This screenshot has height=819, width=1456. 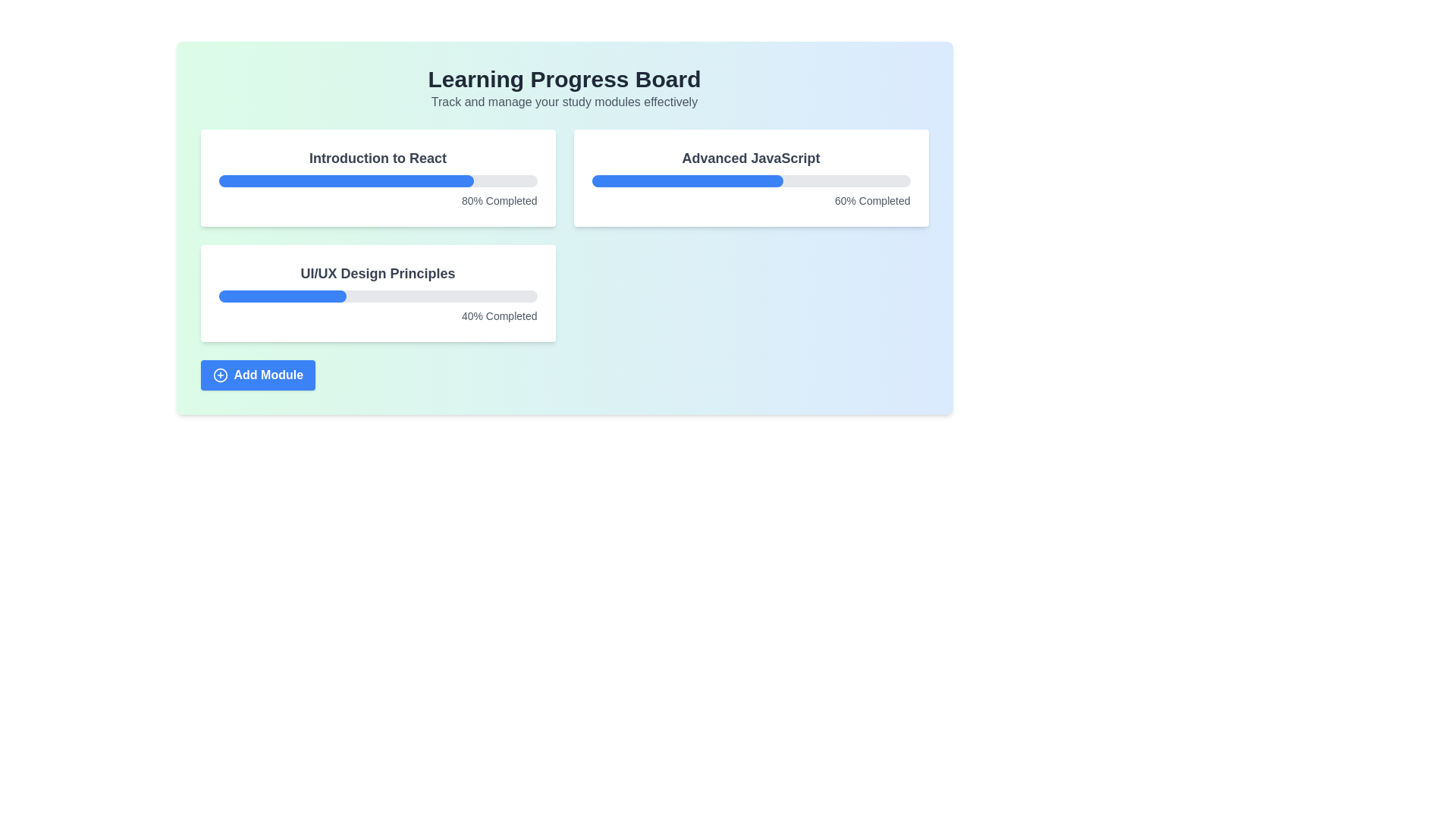 What do you see at coordinates (378, 296) in the screenshot?
I see `the progress bar indicating the completion percentage of the 'UI/UX Design Principles' module, which shows '40% Completed'` at bounding box center [378, 296].